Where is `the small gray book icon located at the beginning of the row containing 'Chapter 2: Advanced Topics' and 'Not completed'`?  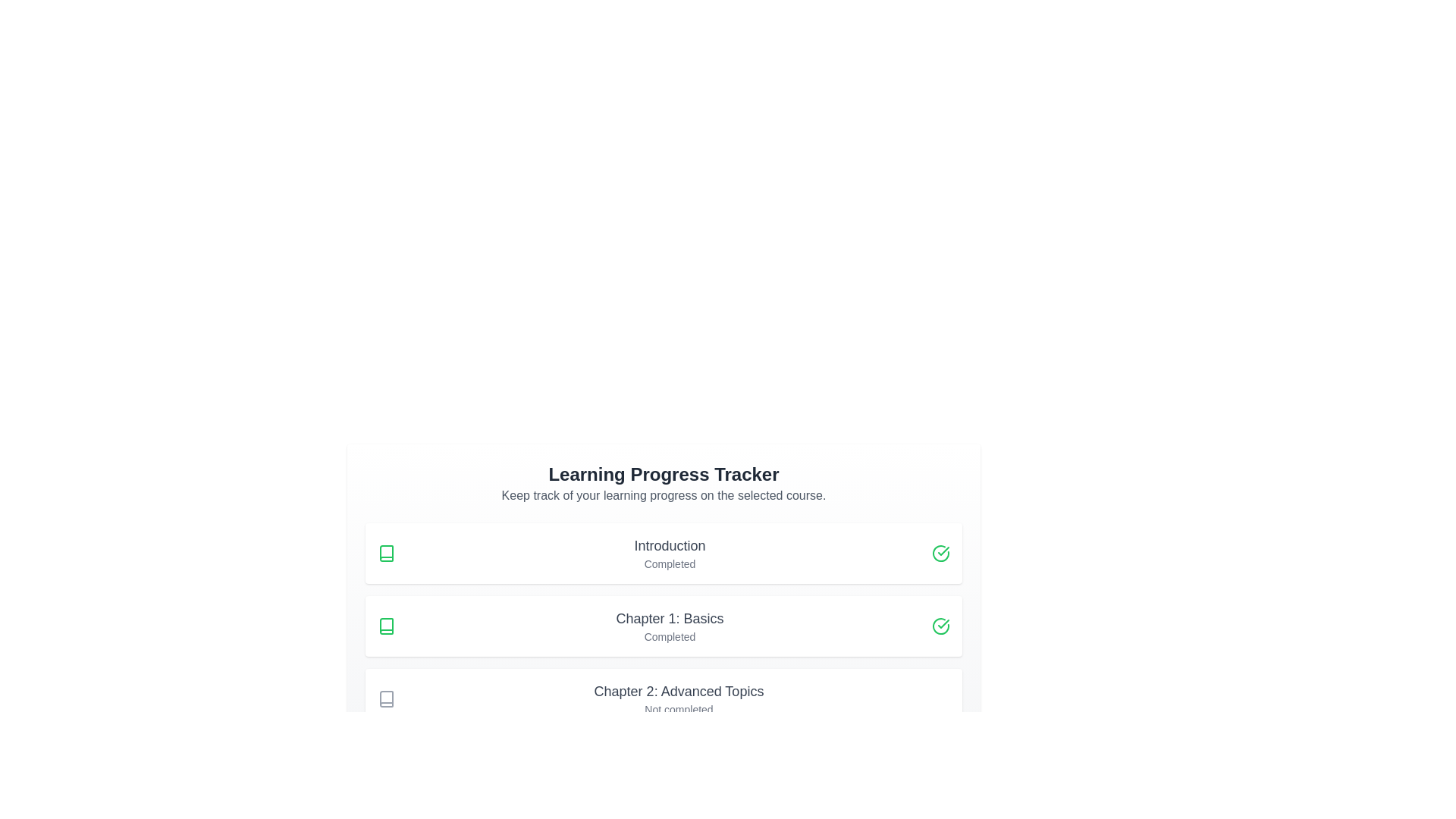 the small gray book icon located at the beginning of the row containing 'Chapter 2: Advanced Topics' and 'Not completed' is located at coordinates (386, 698).